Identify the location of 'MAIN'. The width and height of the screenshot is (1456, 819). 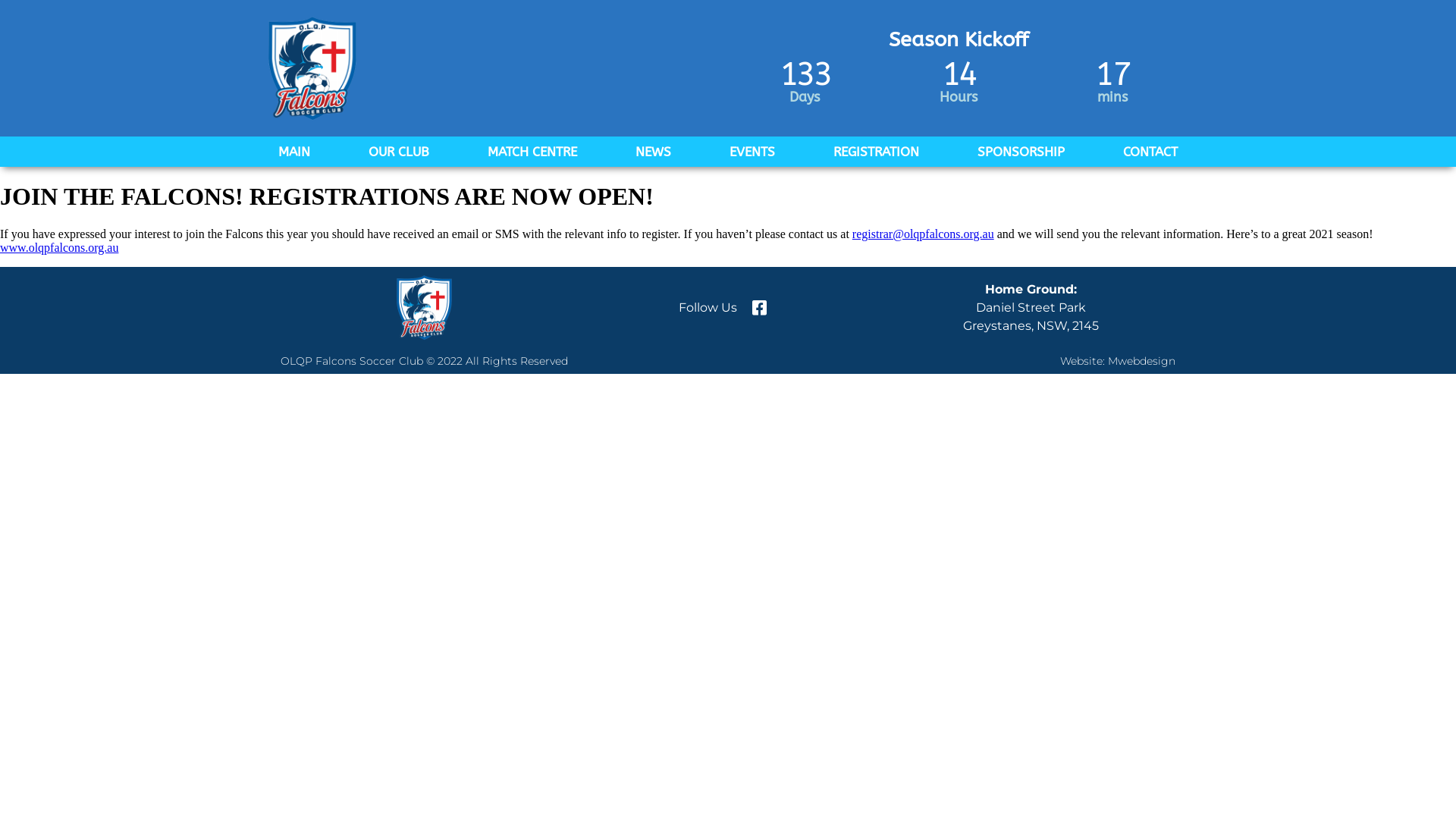
(258, 152).